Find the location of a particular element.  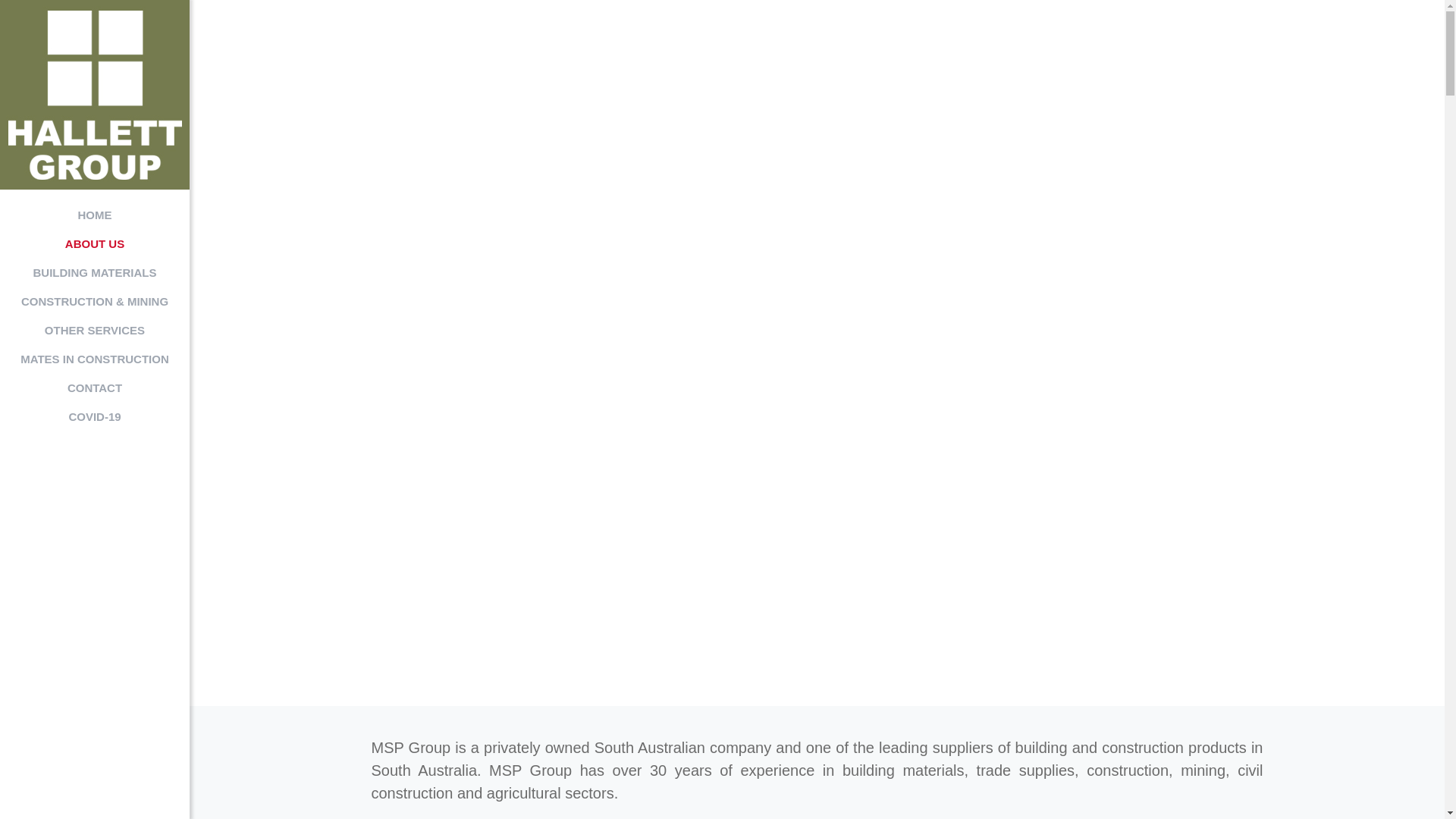

'COVID-19' is located at coordinates (93, 417).